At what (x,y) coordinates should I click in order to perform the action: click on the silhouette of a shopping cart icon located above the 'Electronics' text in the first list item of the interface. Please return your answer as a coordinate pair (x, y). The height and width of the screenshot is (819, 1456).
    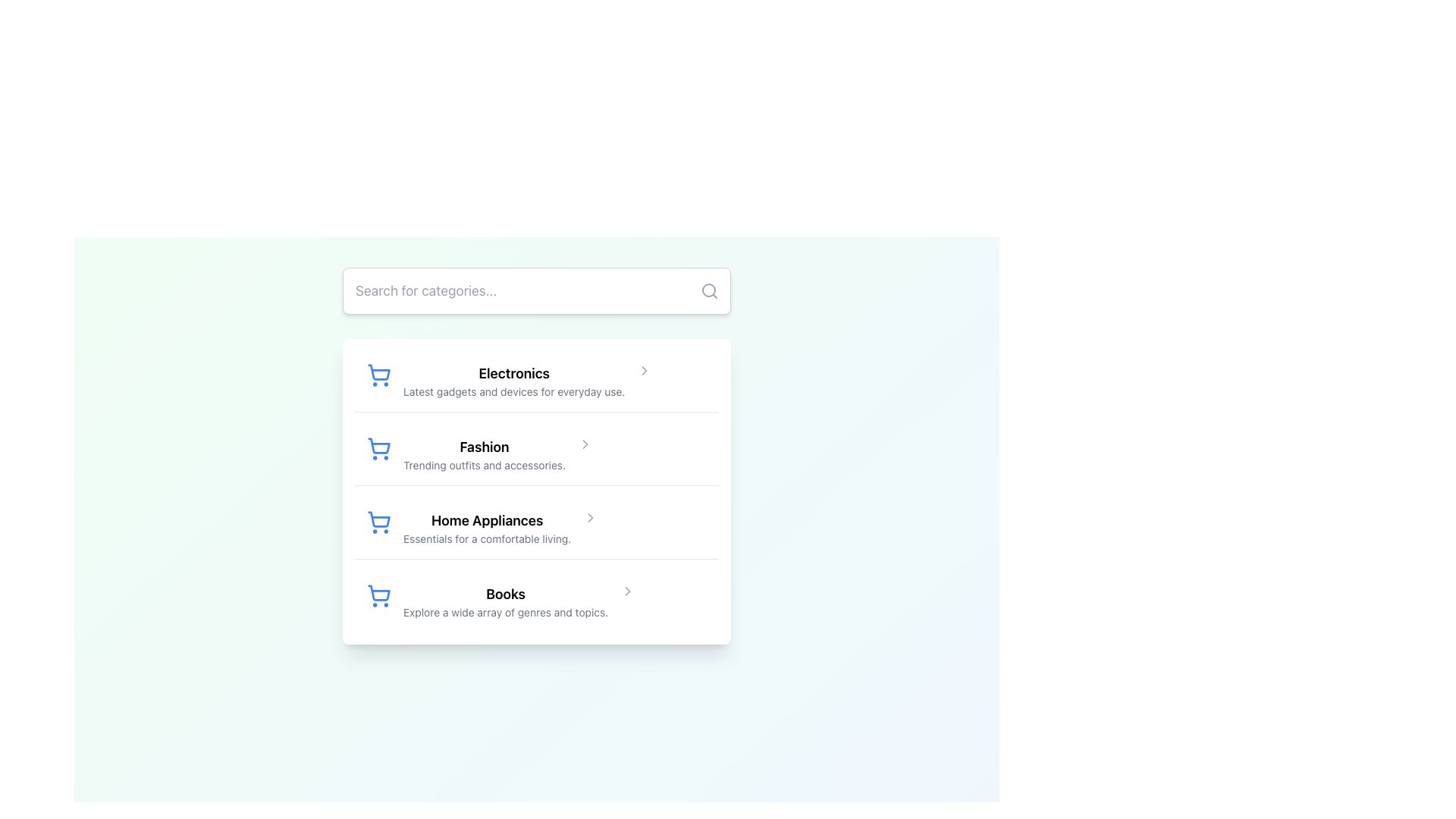
    Looking at the image, I should click on (379, 372).